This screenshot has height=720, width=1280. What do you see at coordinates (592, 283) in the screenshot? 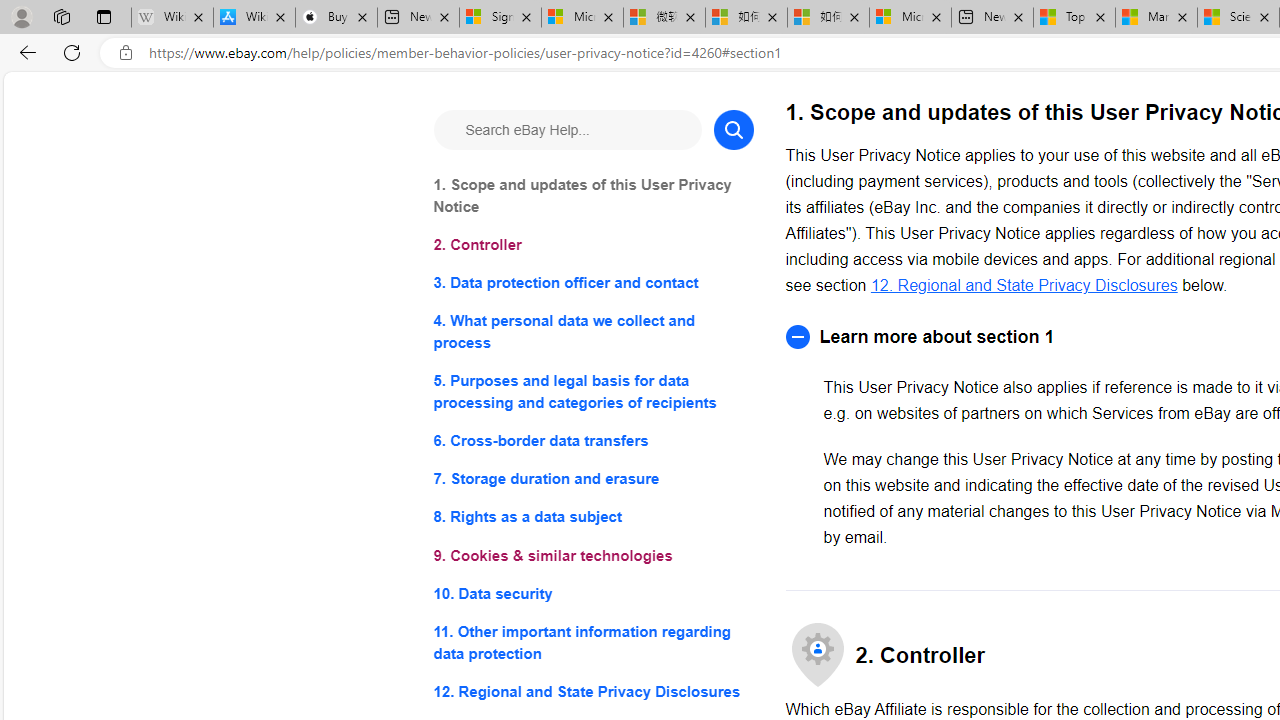
I see `'3. Data protection officer and contact'` at bounding box center [592, 283].